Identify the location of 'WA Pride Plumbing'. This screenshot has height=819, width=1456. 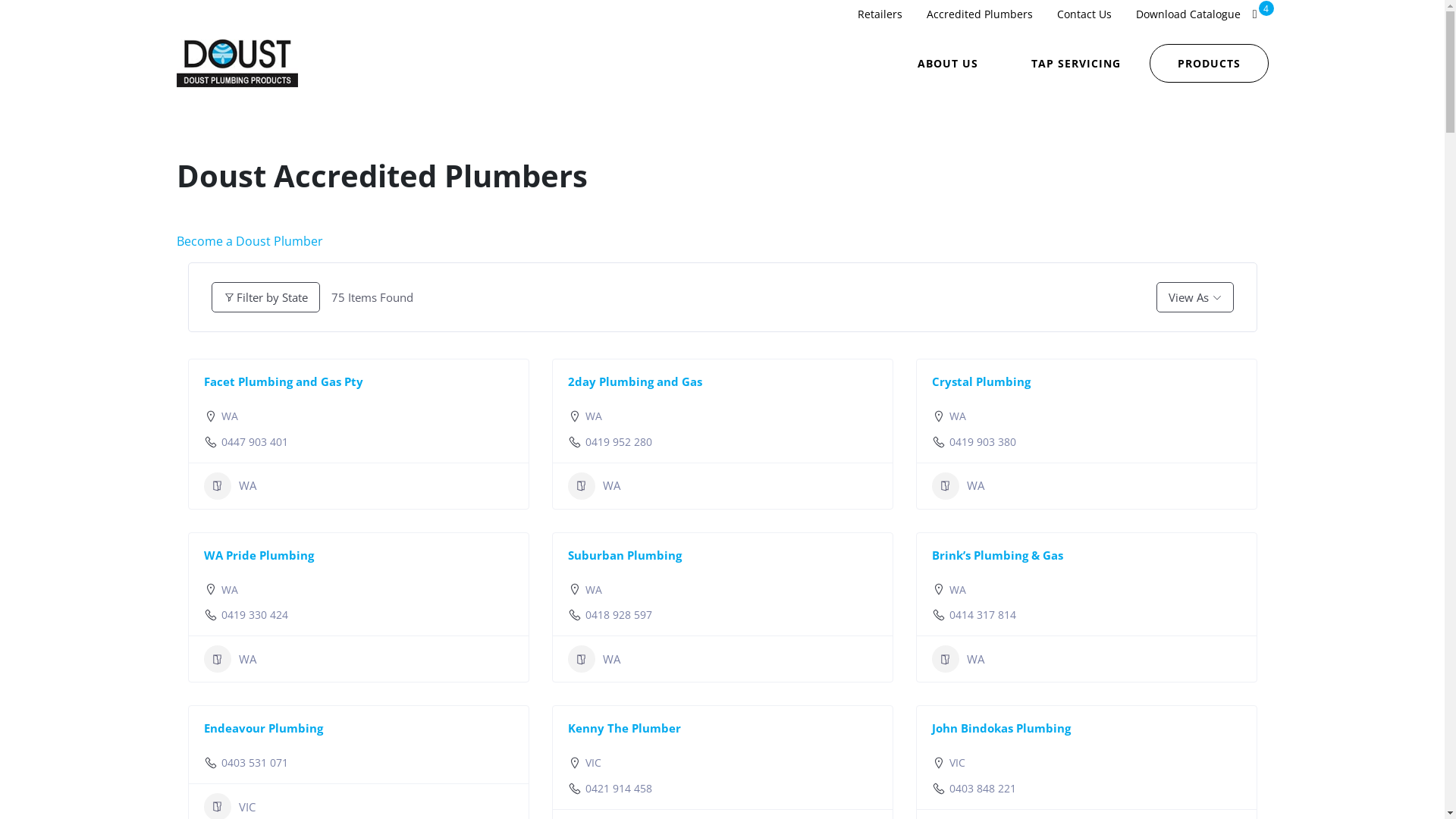
(258, 555).